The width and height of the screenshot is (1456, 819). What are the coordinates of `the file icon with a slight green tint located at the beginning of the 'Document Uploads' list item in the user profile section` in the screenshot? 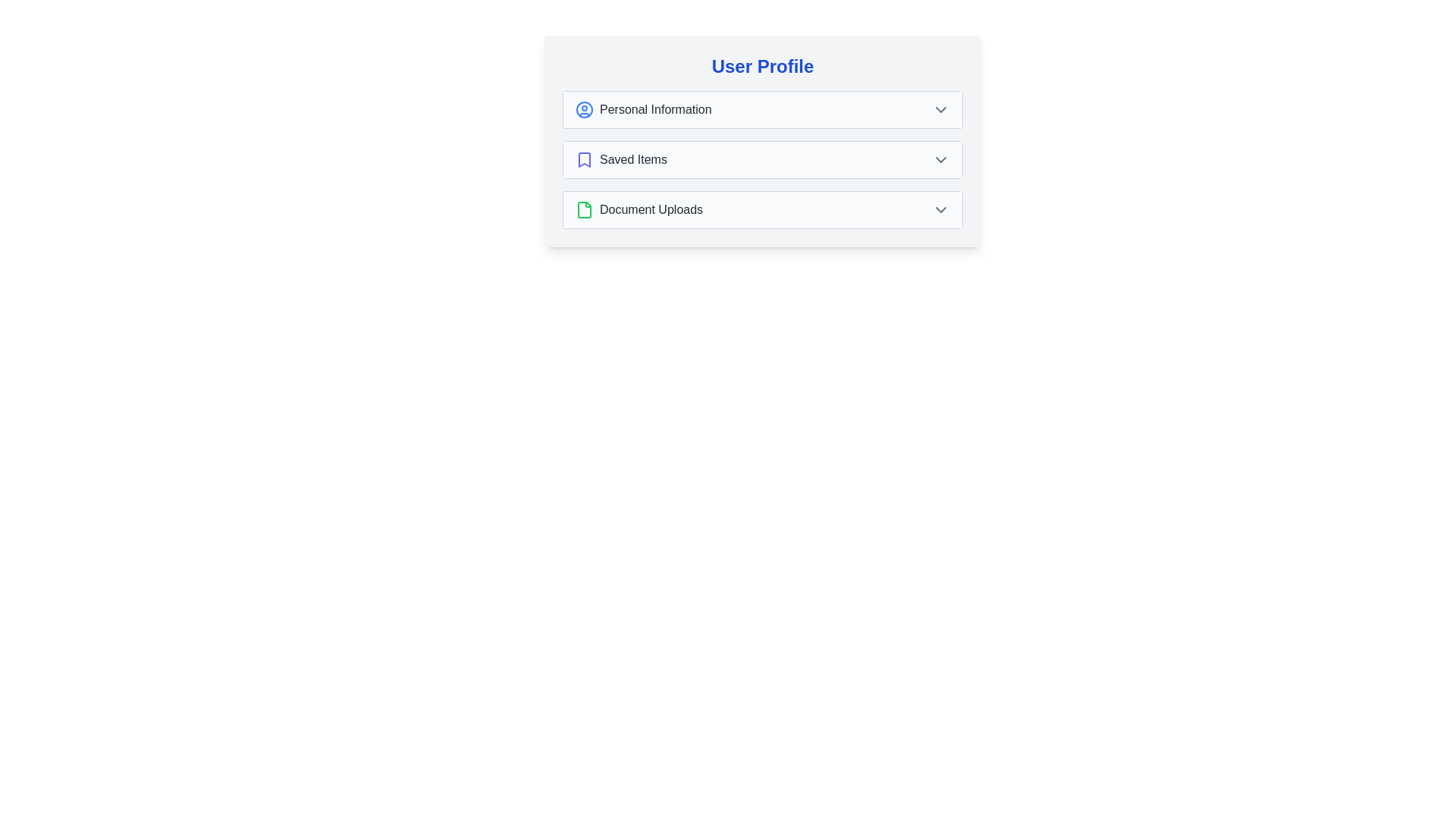 It's located at (584, 210).